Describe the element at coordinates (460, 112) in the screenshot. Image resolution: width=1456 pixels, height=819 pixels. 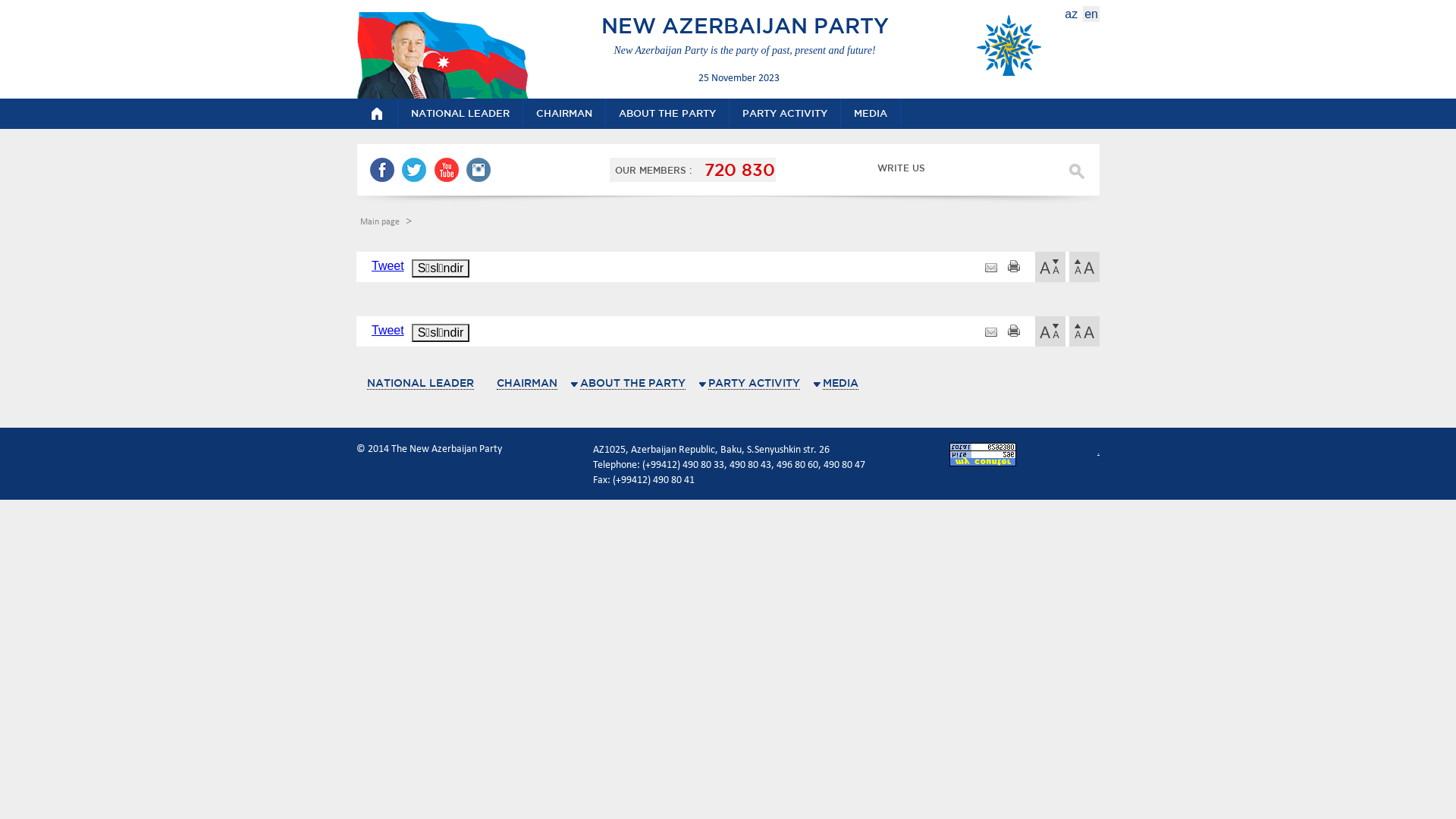
I see `'NATIONAL LEADER'` at that location.